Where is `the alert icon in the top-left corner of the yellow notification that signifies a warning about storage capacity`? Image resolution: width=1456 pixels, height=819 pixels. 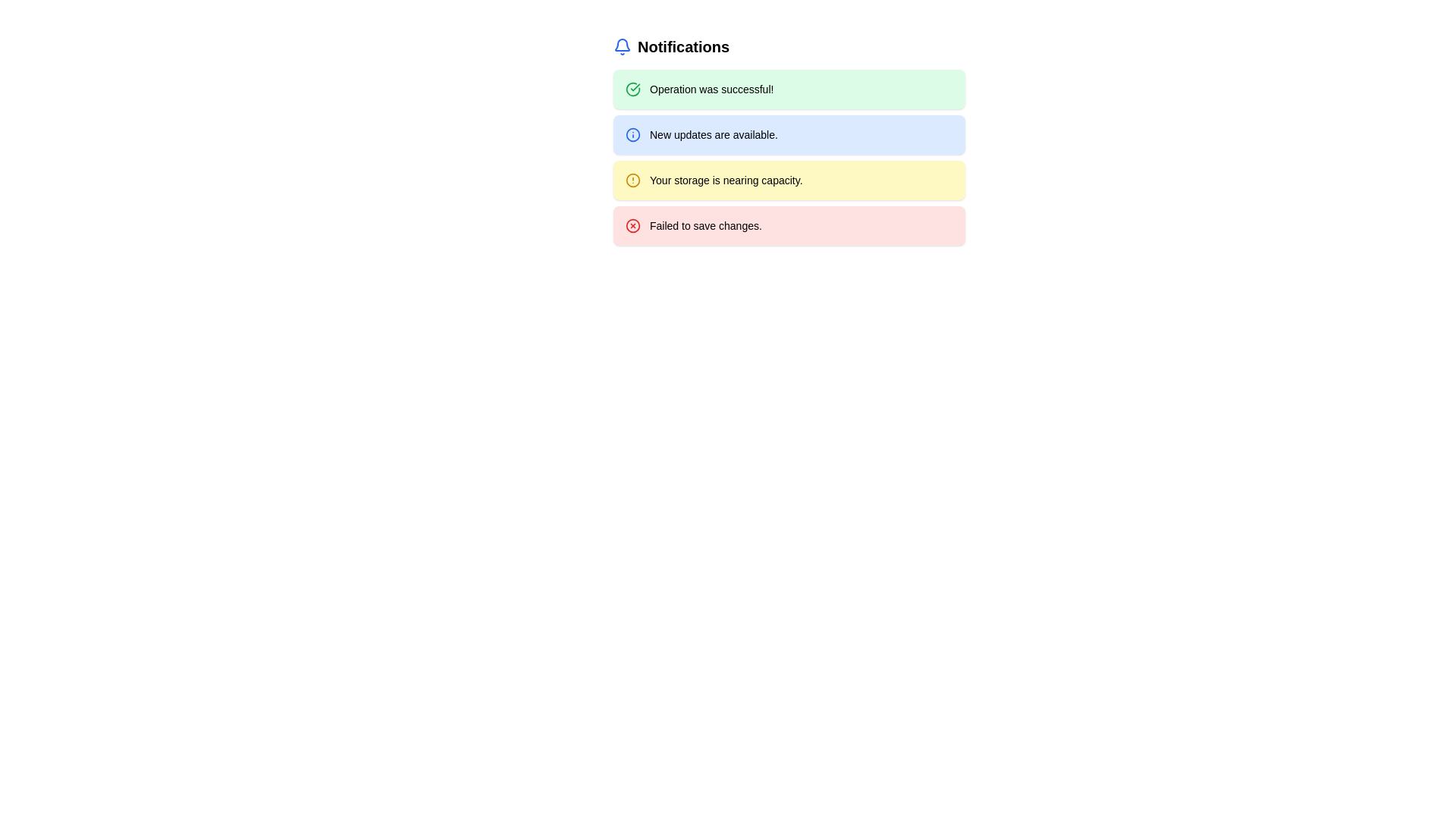
the alert icon in the top-left corner of the yellow notification that signifies a warning about storage capacity is located at coordinates (633, 180).